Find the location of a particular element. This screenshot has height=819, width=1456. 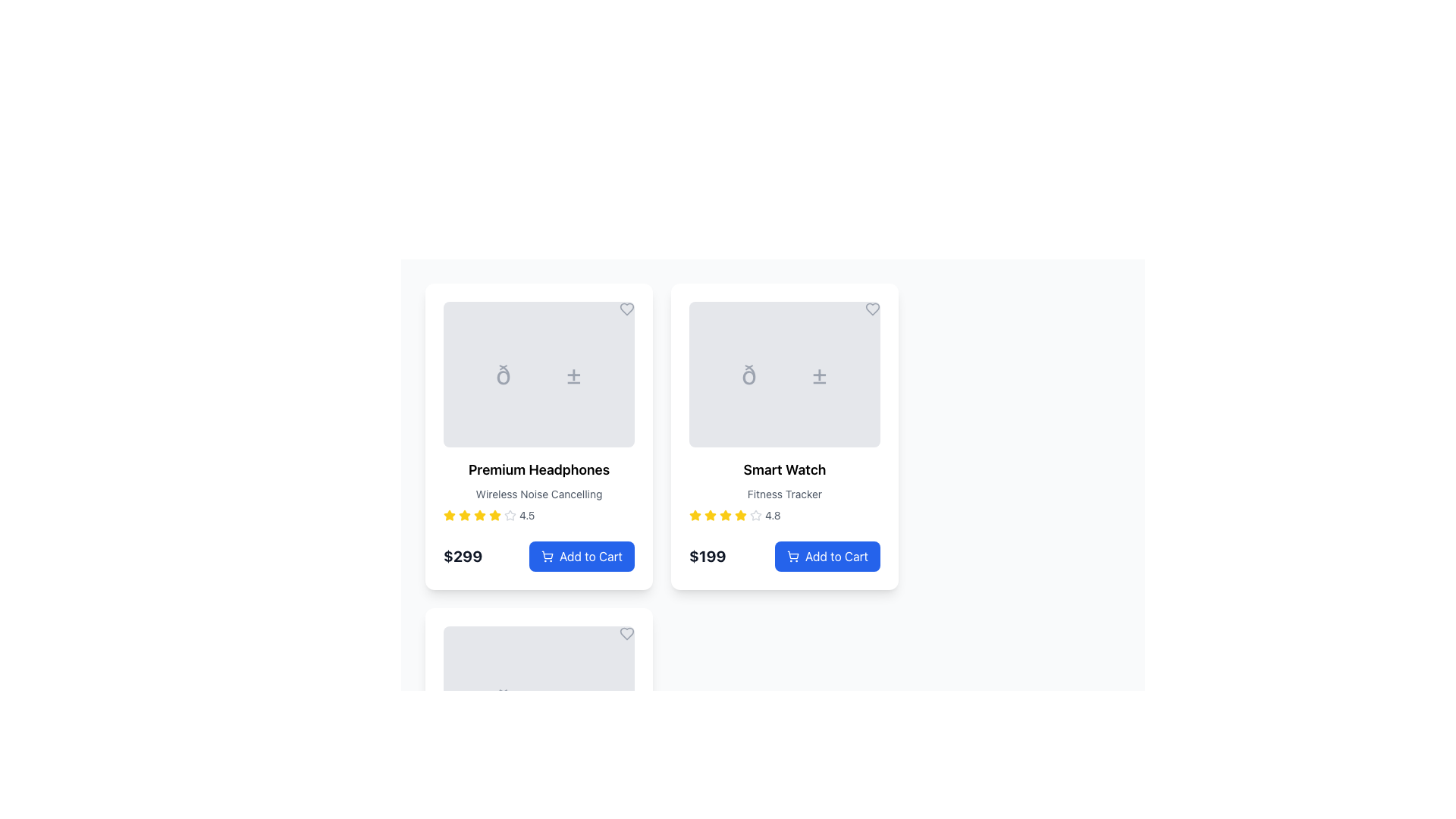

the 'Add to Cart' button label located at the bottom center of the product card is located at coordinates (590, 556).